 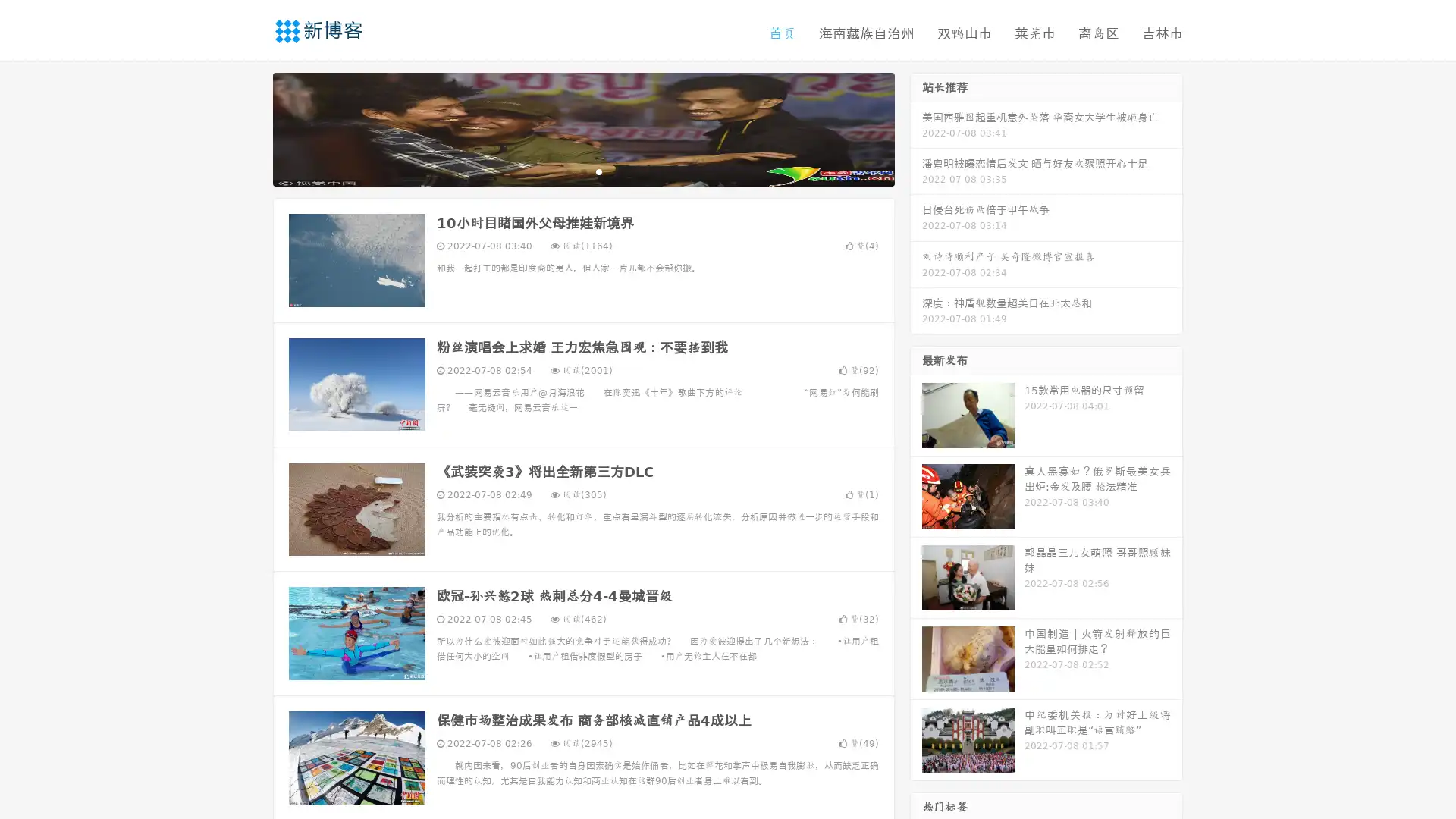 What do you see at coordinates (567, 171) in the screenshot?
I see `Go to slide 1` at bounding box center [567, 171].